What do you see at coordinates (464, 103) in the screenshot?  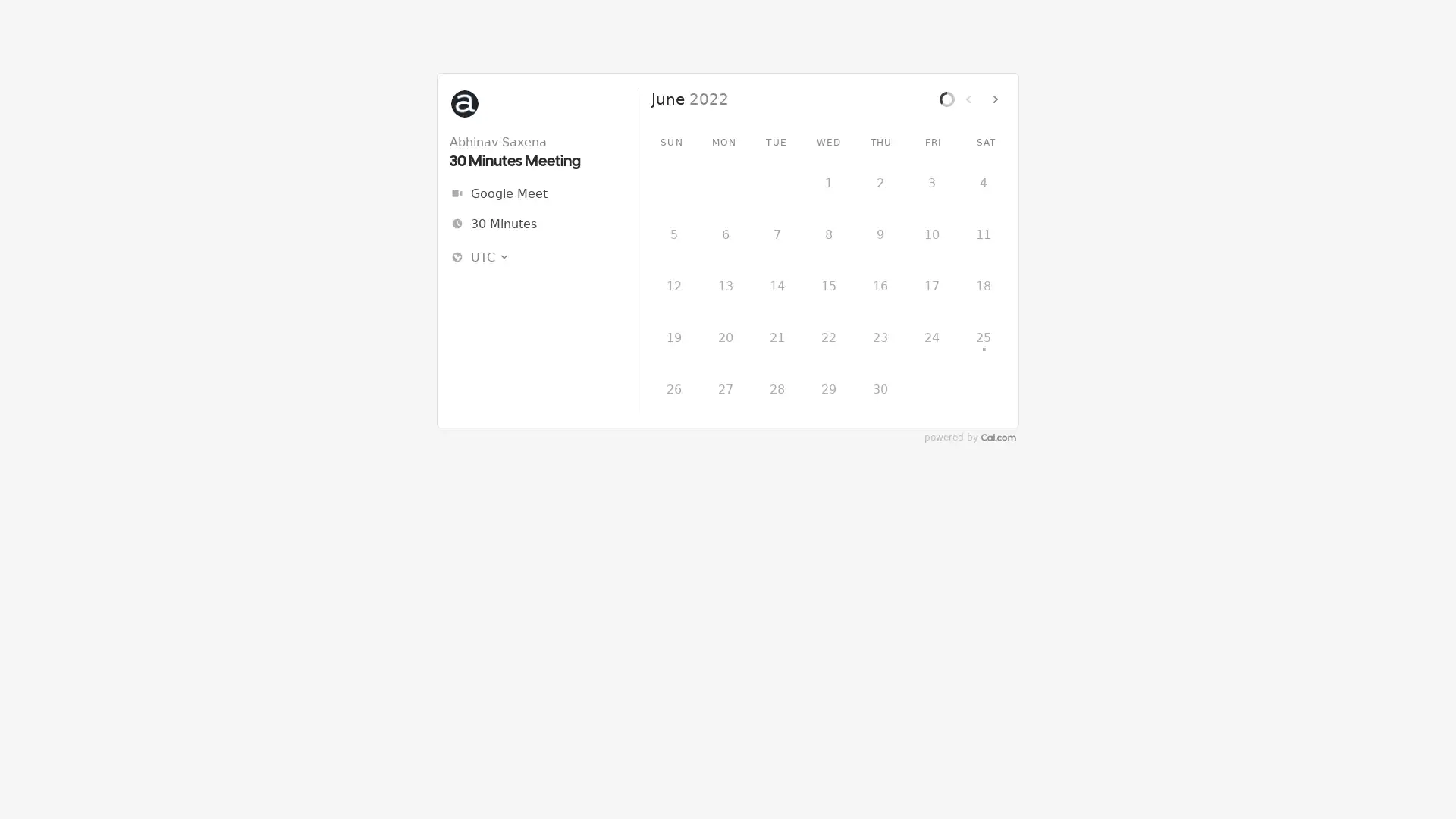 I see `Abhinav Saxena` at bounding box center [464, 103].